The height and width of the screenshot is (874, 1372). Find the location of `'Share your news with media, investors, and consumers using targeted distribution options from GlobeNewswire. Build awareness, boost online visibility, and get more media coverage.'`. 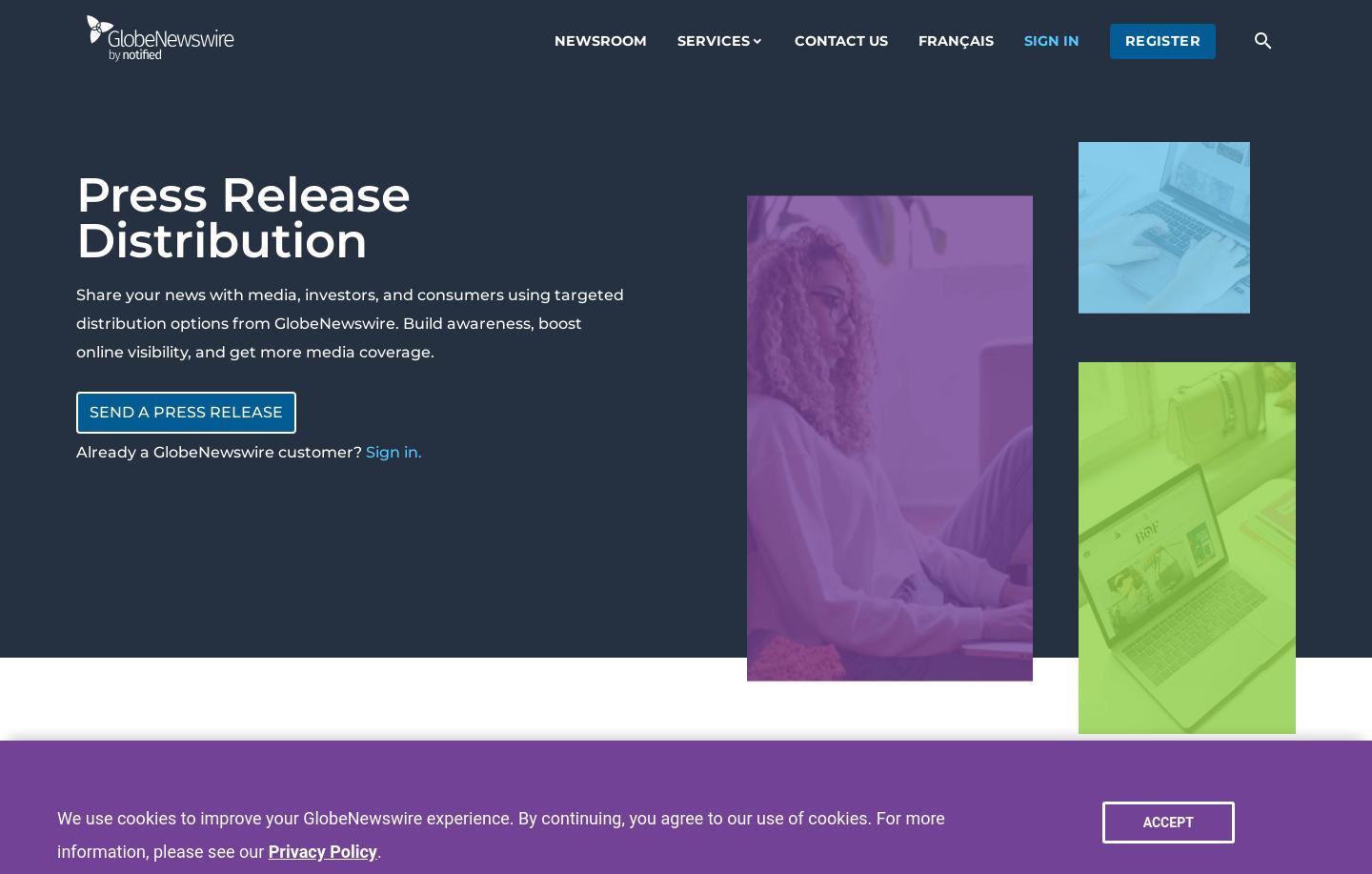

'Share your news with media, investors, and consumers using targeted distribution options from GlobeNewswire. Build awareness, boost online visibility, and get more media coverage.' is located at coordinates (349, 322).